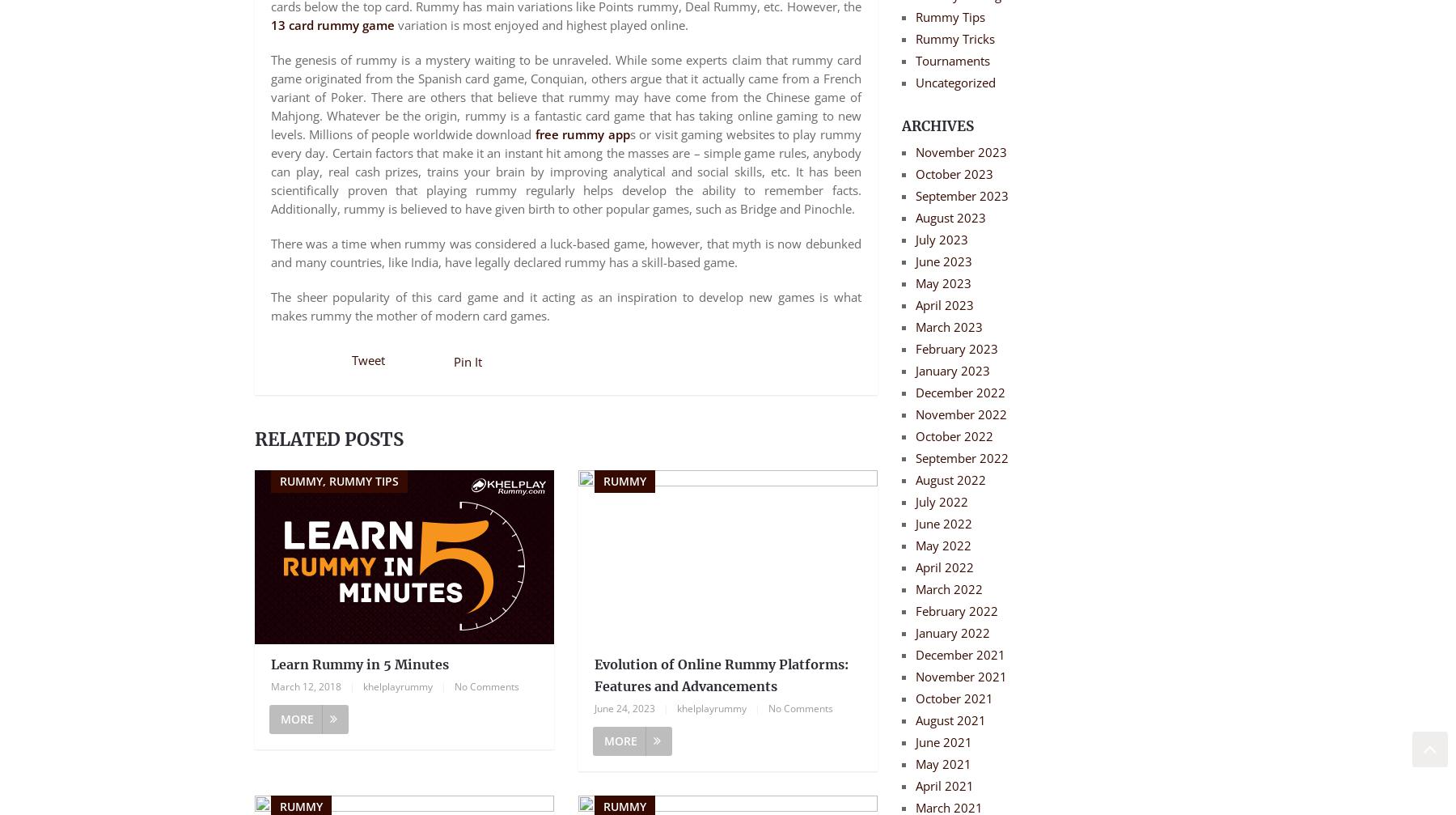 This screenshot has width=1456, height=815. I want to click on 's or visit gaming websites to play rummy every day. Certain factors that make it an instant hit among the masses are – simple game rules, anybody can play, real cash prizes, trains your brain by improving analytical and social skills, etc. It has been scientifically proven that playing rummy regularly helps develop the ability to remember facts. Additionally, rummy is believed to have given birth to other popular games, such as Bridge and Pinochle.', so click(565, 171).